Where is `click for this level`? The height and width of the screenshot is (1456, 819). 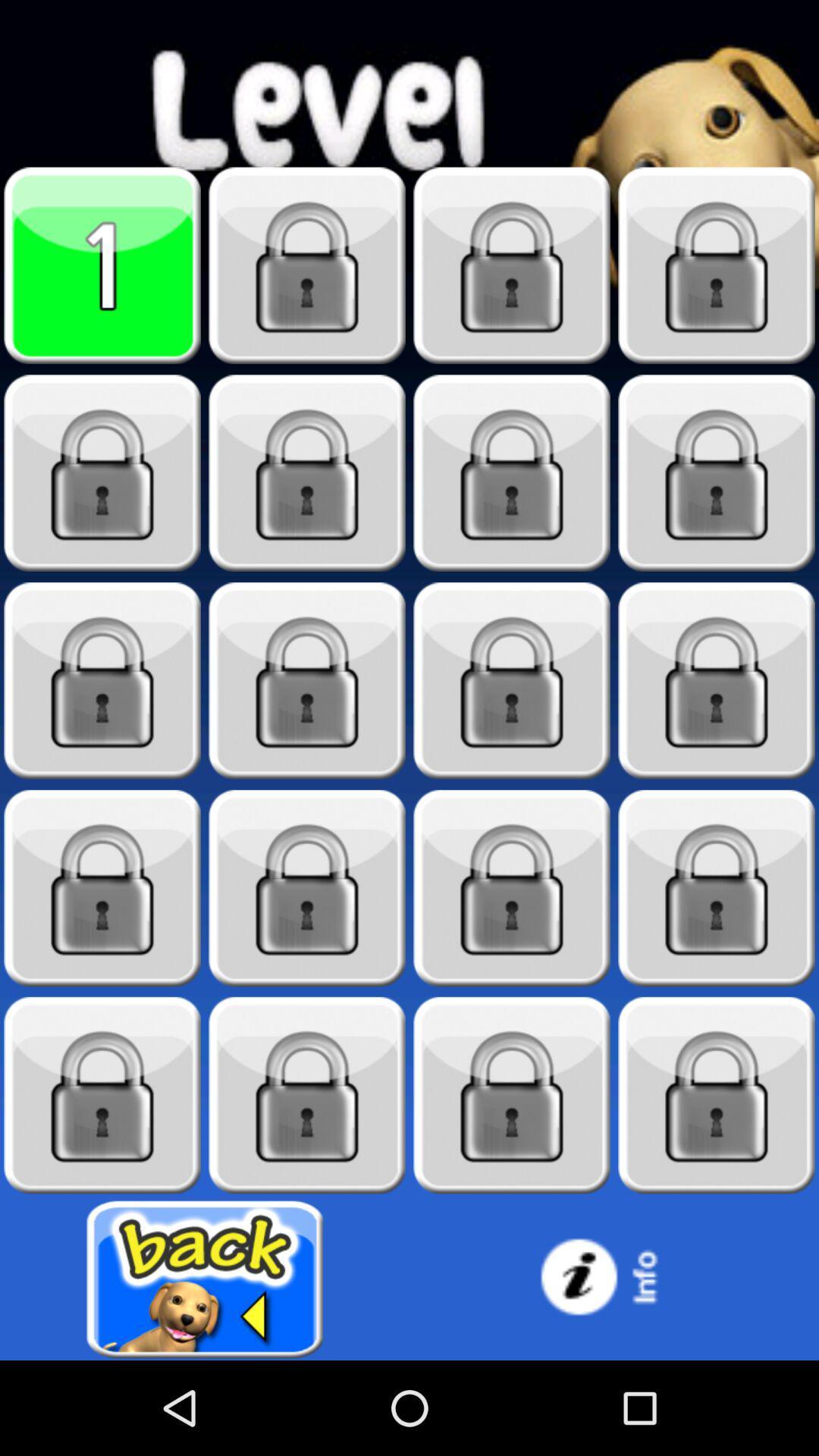 click for this level is located at coordinates (307, 680).